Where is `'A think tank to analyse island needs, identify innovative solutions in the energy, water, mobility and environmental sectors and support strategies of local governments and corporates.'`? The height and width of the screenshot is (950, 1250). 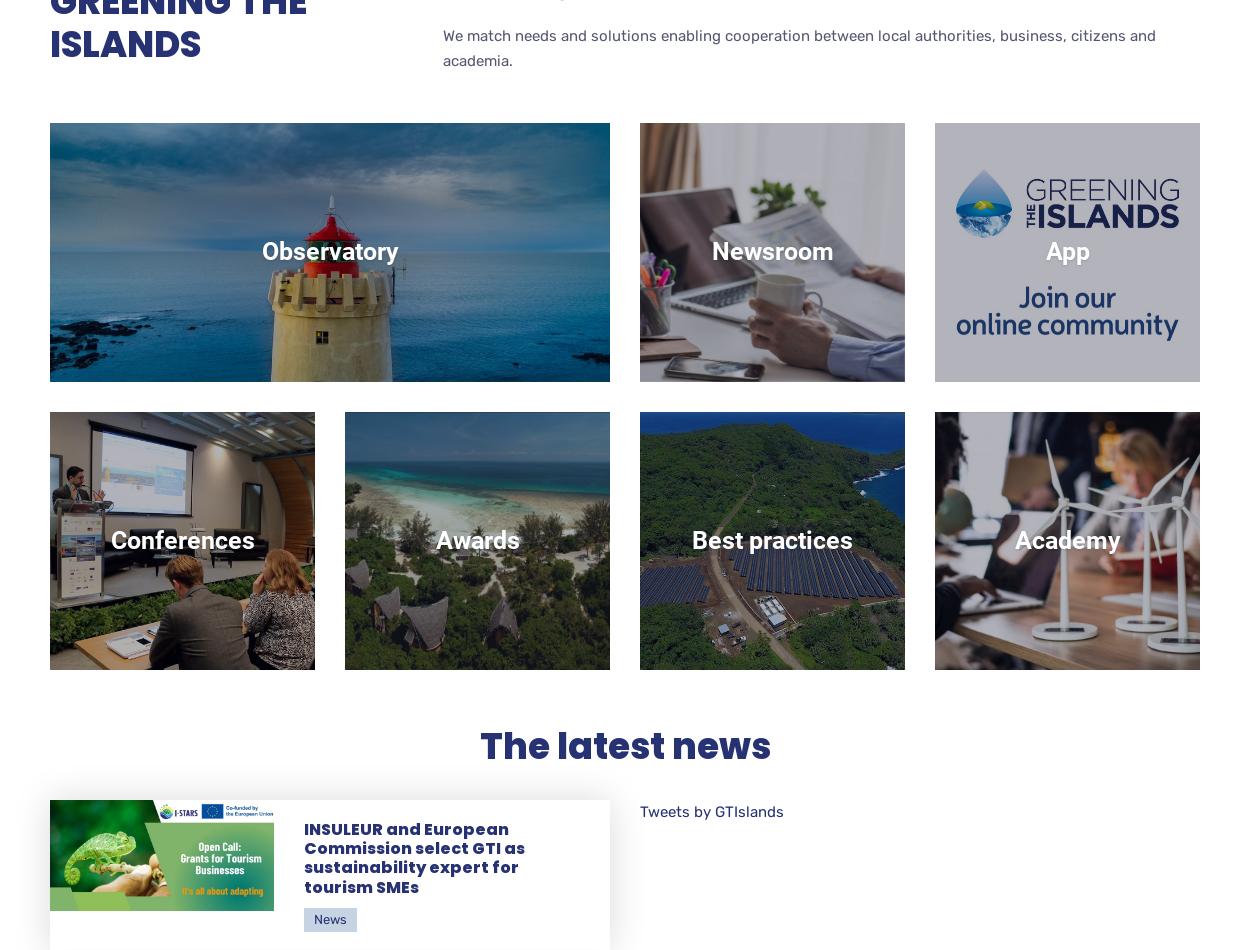
'A think tank to analyse island needs, identify innovative solutions in the energy, water, mobility and environmental sectors and support strategies of local governments and corporates.' is located at coordinates (328, 268).